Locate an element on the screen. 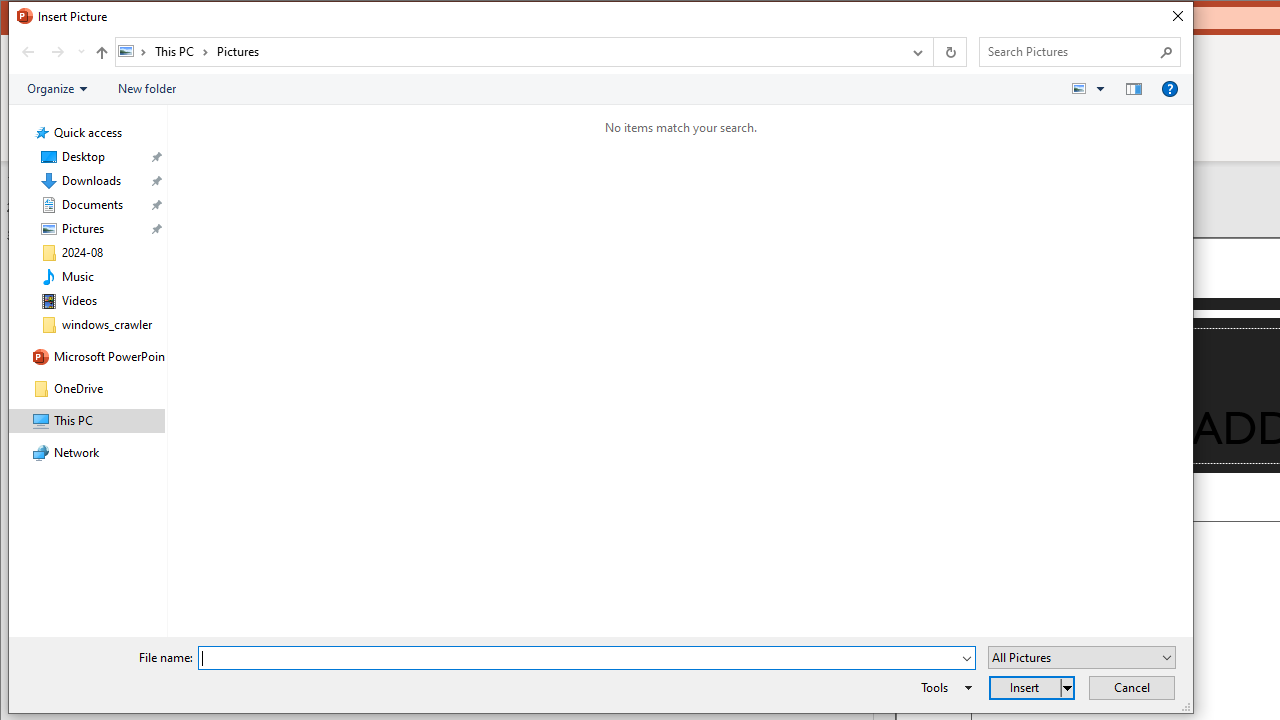 Image resolution: width=1280 pixels, height=720 pixels. 'Refresh "Pictures" (F5)' is located at coordinates (948, 50).